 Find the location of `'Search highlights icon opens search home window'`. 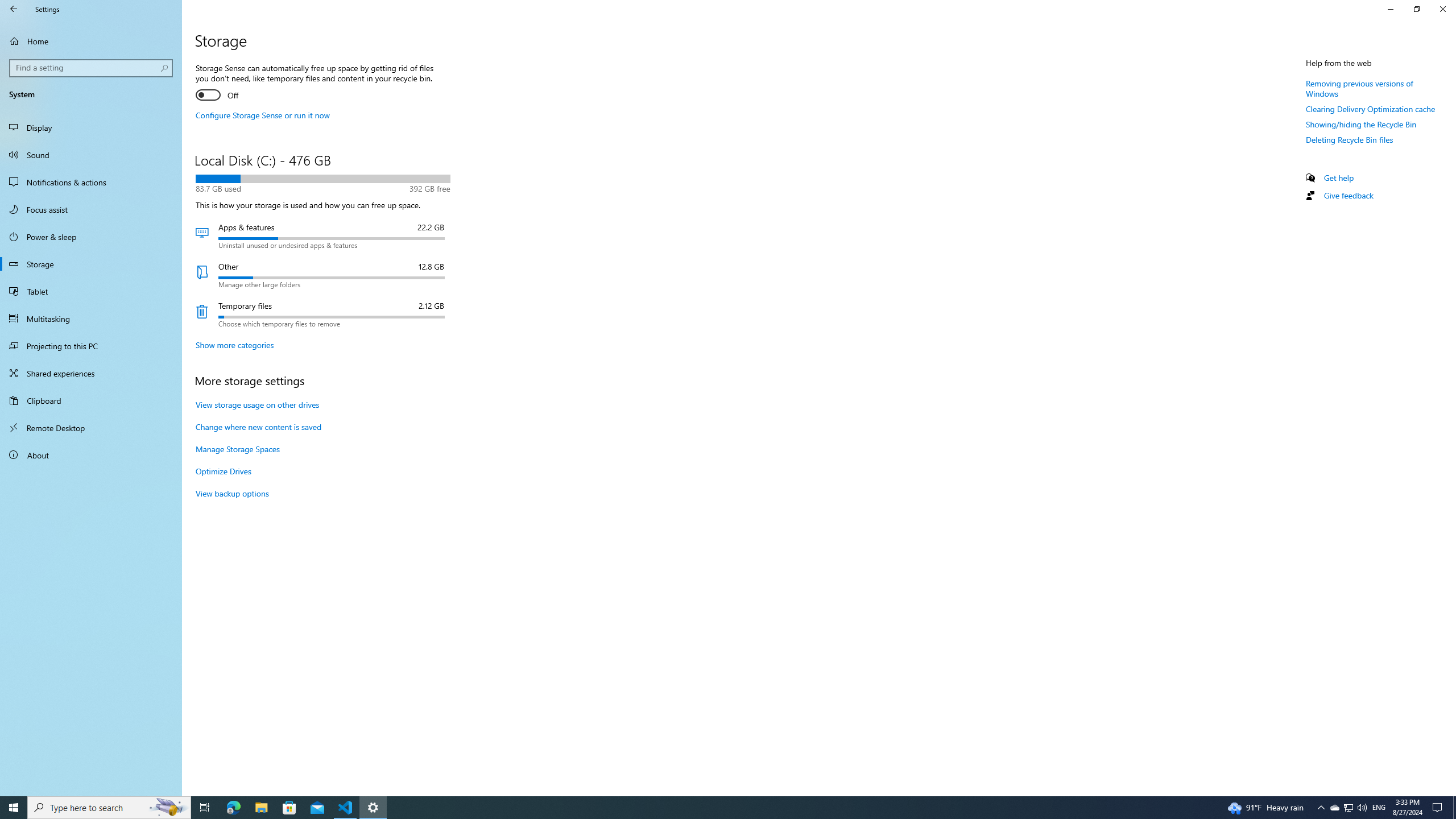

'Search highlights icon opens search home window' is located at coordinates (167, 806).